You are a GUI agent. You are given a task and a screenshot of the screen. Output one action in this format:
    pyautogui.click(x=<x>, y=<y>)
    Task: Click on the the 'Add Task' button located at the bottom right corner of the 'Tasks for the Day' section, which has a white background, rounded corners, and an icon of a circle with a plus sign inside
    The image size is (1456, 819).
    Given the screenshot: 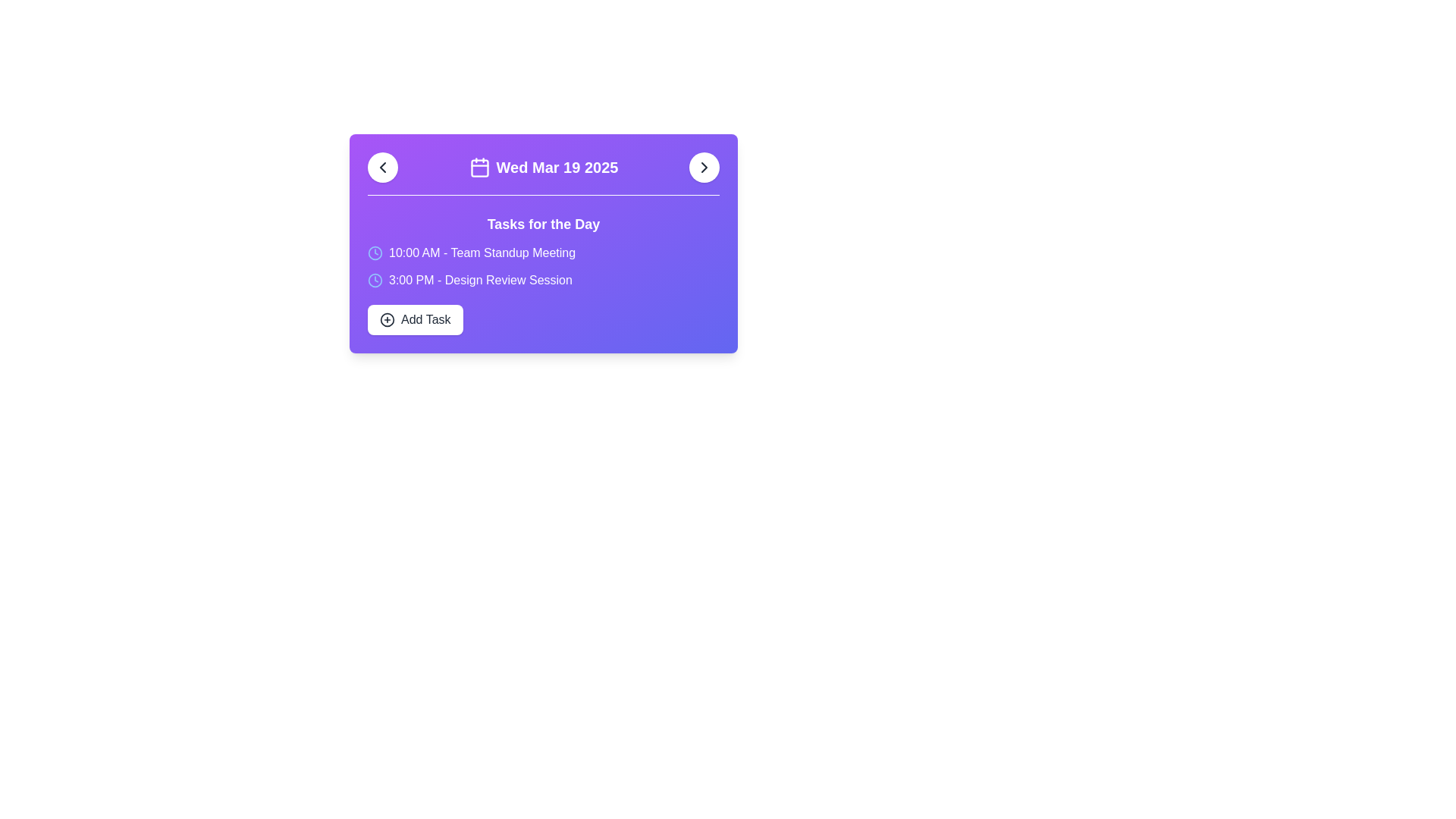 What is the action you would take?
    pyautogui.click(x=415, y=318)
    